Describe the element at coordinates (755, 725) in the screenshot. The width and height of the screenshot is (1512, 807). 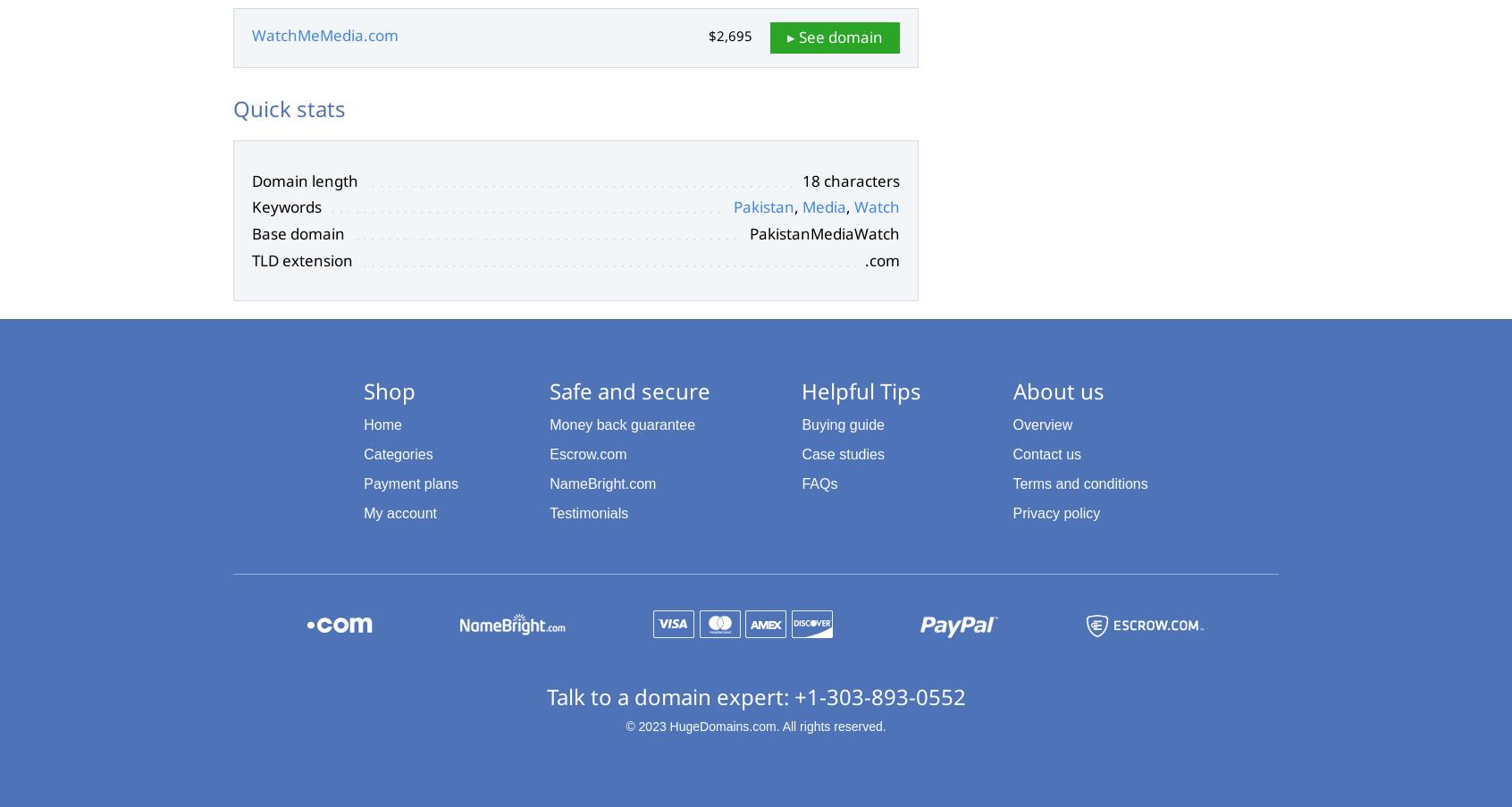
I see `'© 2023 HugeDomains.com. All rights reserved.'` at that location.